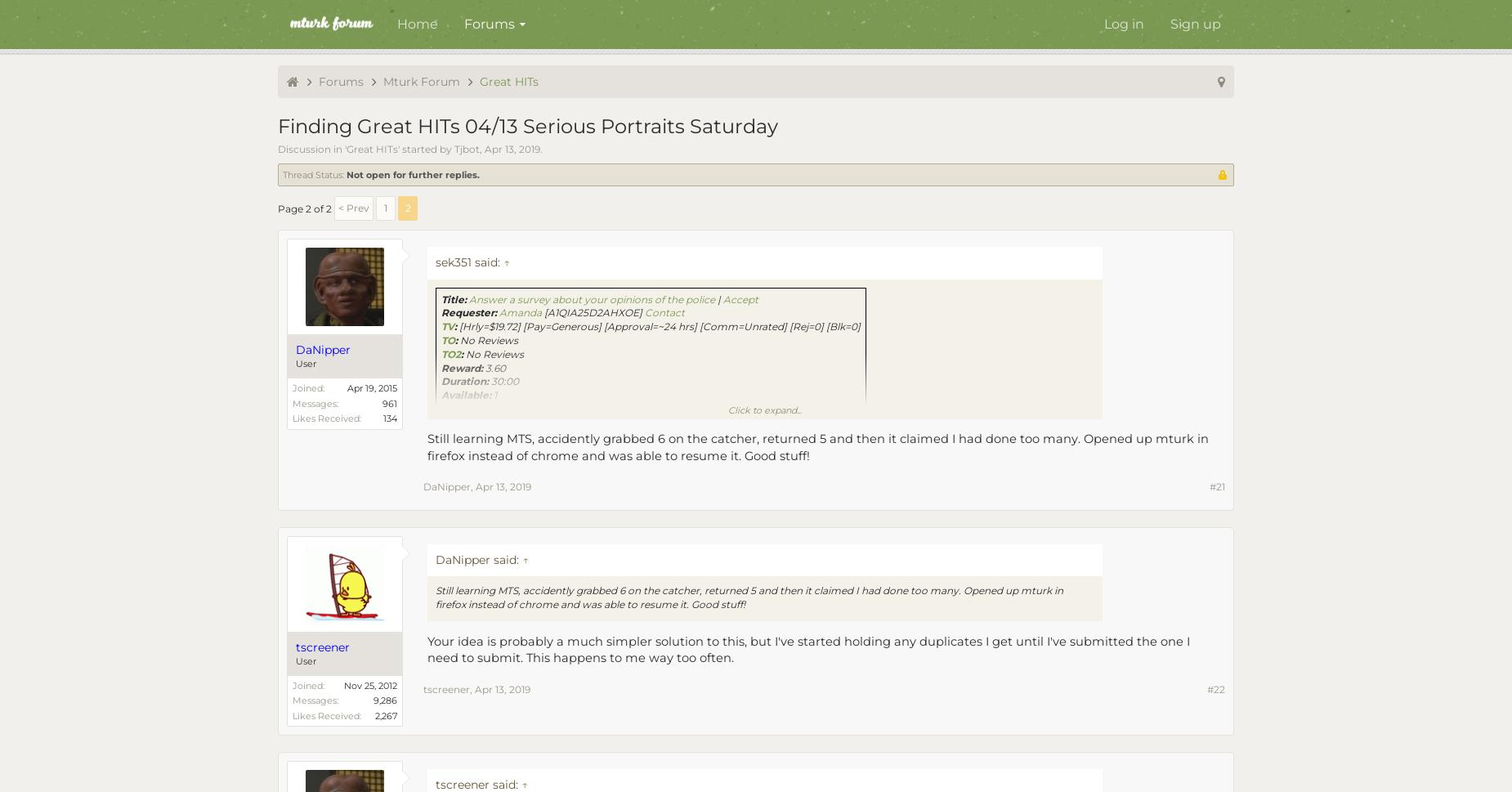 This screenshot has height=792, width=1512. Describe the element at coordinates (740, 298) in the screenshot. I see `'Accept'` at that location.